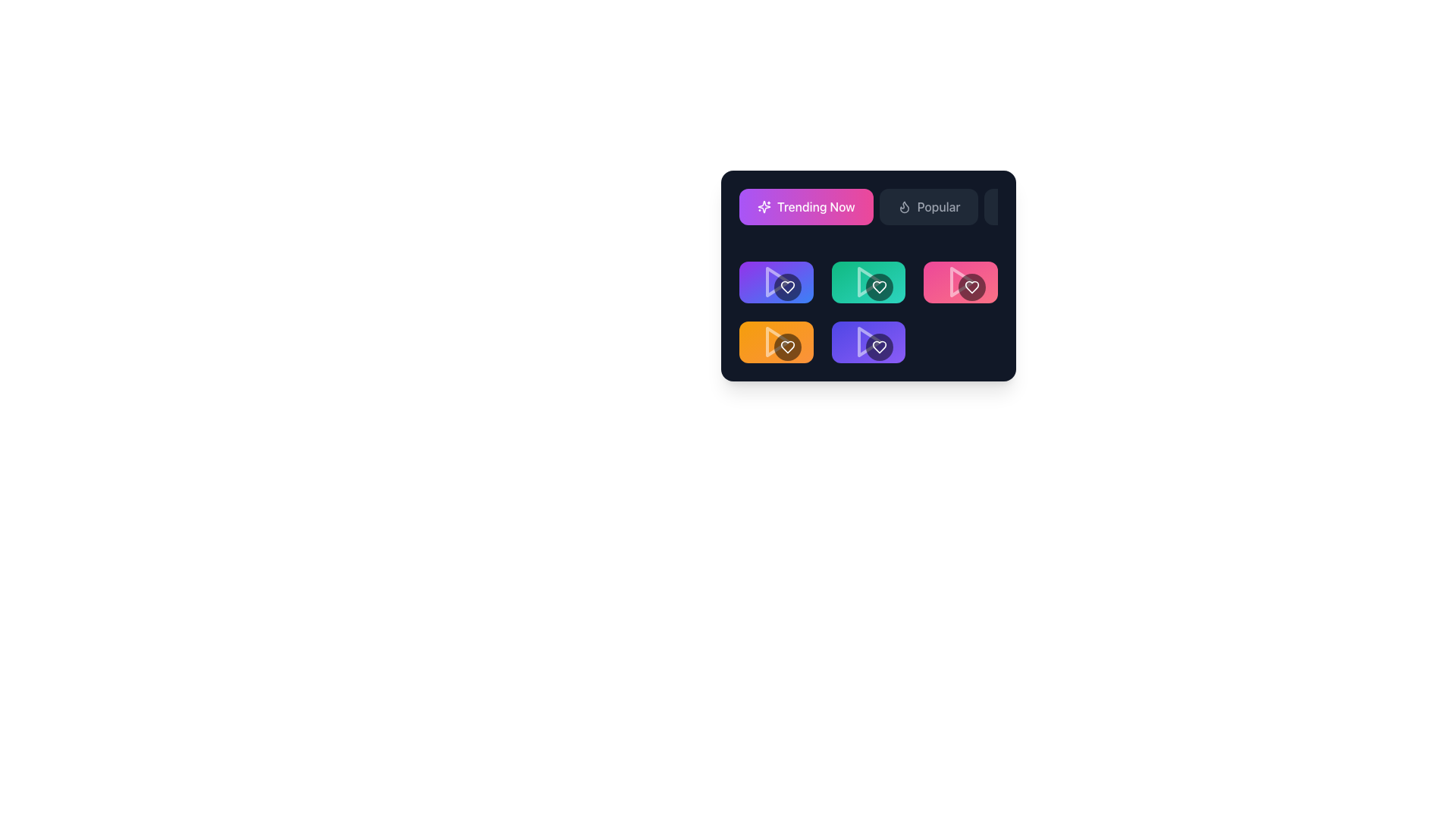  Describe the element at coordinates (776, 342) in the screenshot. I see `the orange rectangular Content Tile with a play button and heart icon to initiate interaction` at that location.